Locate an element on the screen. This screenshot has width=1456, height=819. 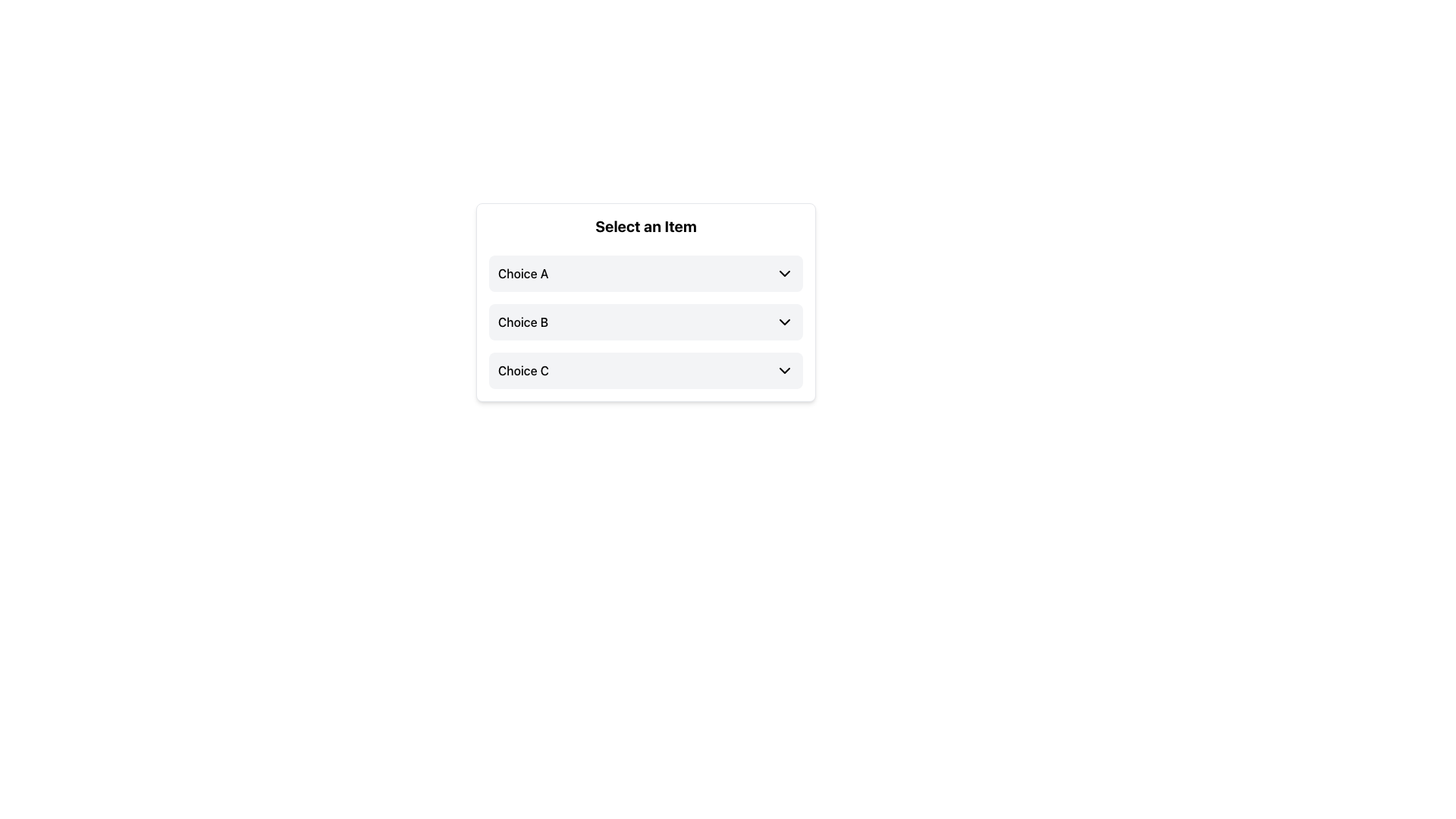
the static text element that serves as a label for the dropdown row, located in the second row of the list, directly below 'Choice A' and above 'Choice C' is located at coordinates (523, 321).